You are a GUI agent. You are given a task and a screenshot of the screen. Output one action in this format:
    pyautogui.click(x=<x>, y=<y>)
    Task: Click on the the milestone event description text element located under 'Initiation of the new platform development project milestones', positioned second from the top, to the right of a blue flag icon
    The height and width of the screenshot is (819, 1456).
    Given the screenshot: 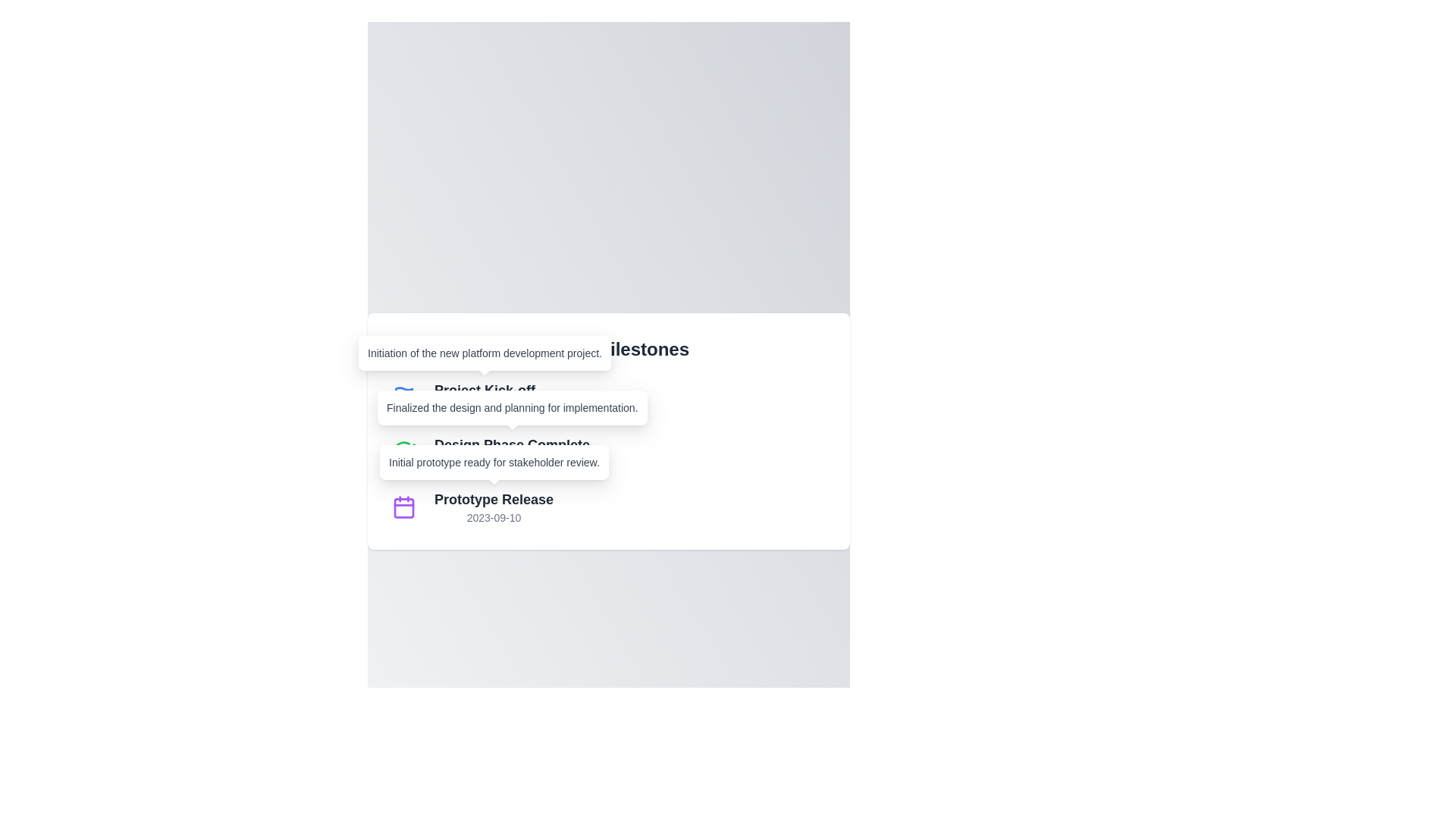 What is the action you would take?
    pyautogui.click(x=484, y=397)
    